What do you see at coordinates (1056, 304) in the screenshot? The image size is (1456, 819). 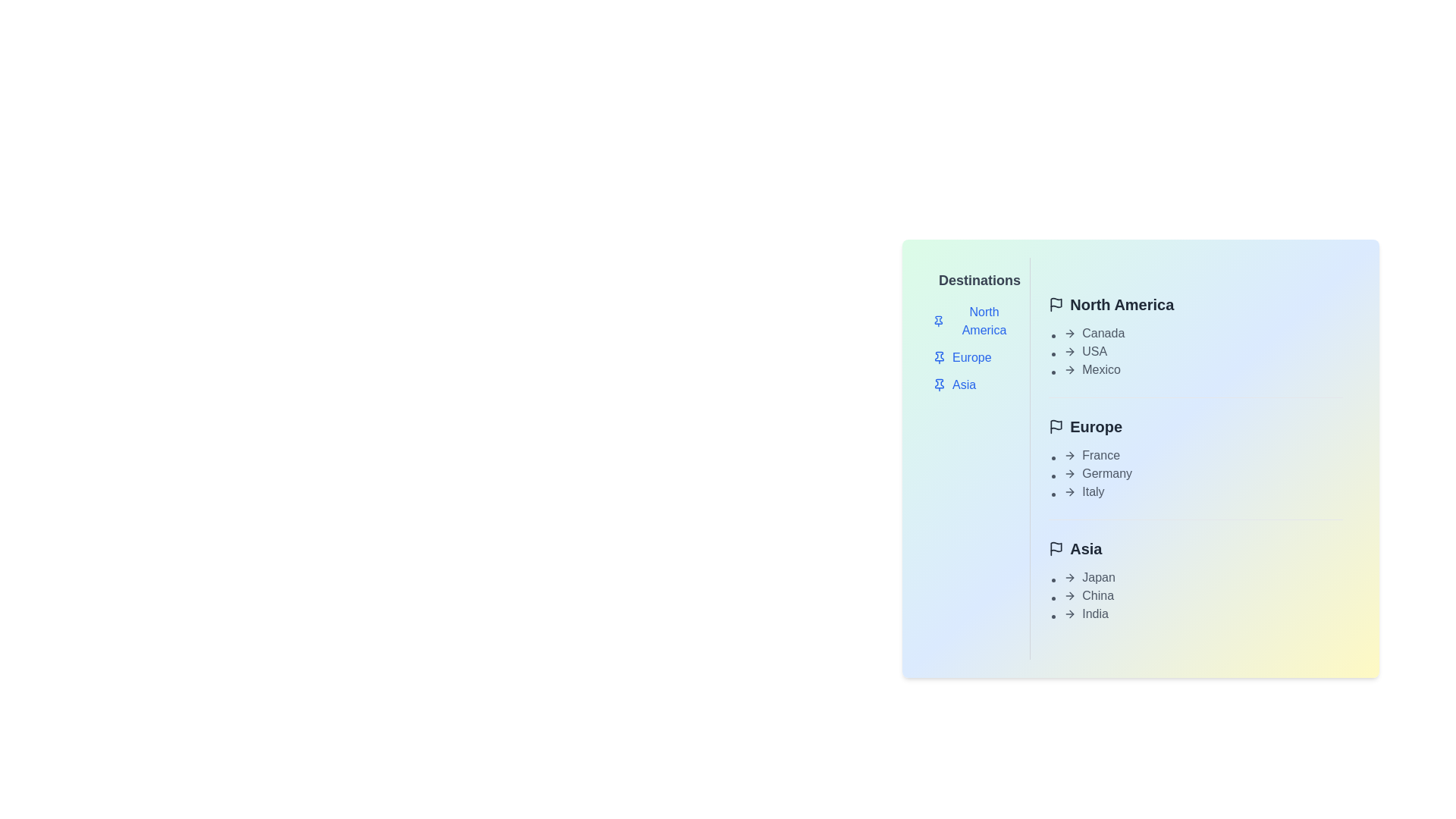 I see `the monochromatic flag icon located to the immediate left of the text 'North America' in the top-left quadrant of the main list interface` at bounding box center [1056, 304].